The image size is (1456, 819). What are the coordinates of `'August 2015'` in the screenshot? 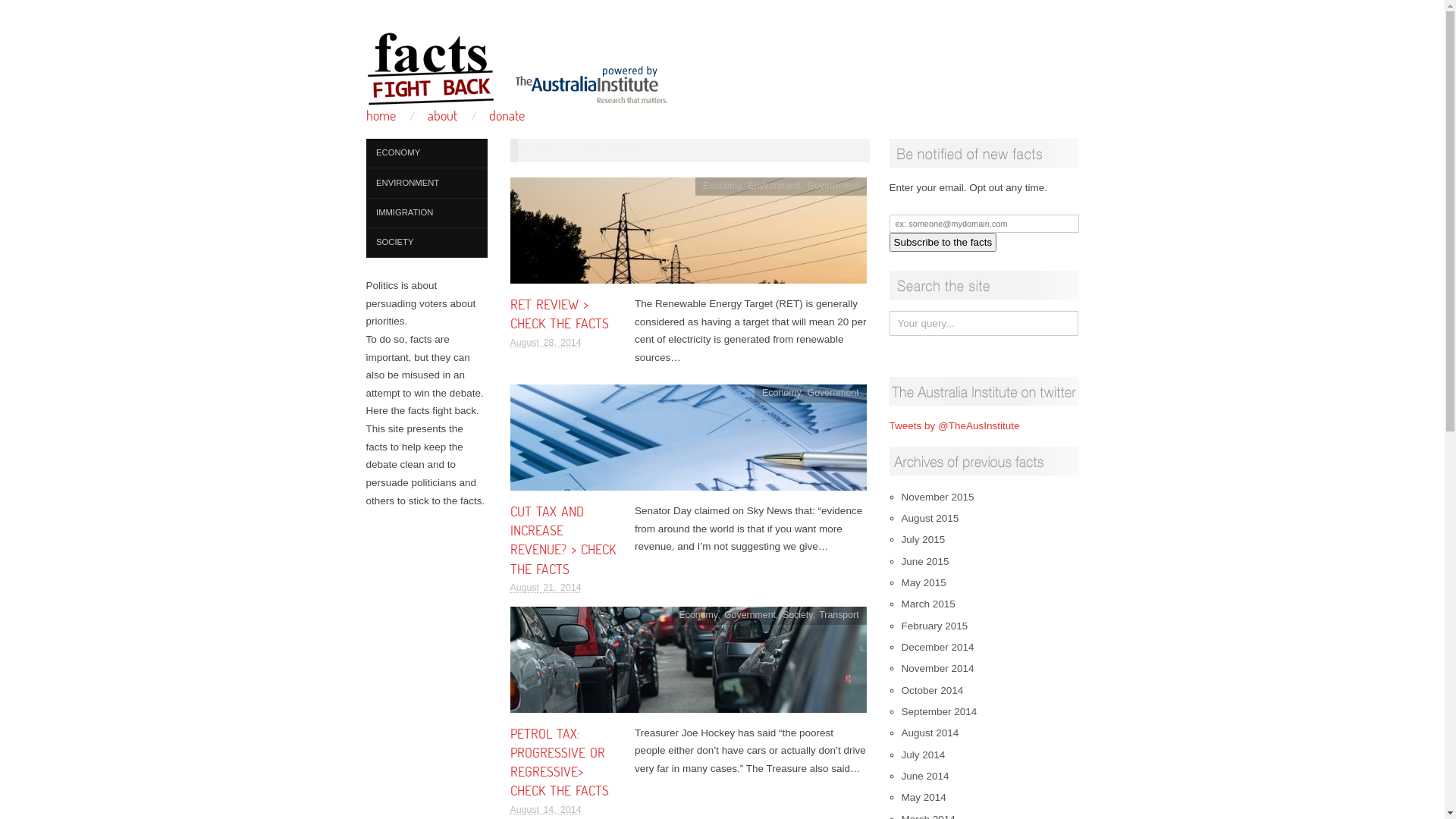 It's located at (901, 517).